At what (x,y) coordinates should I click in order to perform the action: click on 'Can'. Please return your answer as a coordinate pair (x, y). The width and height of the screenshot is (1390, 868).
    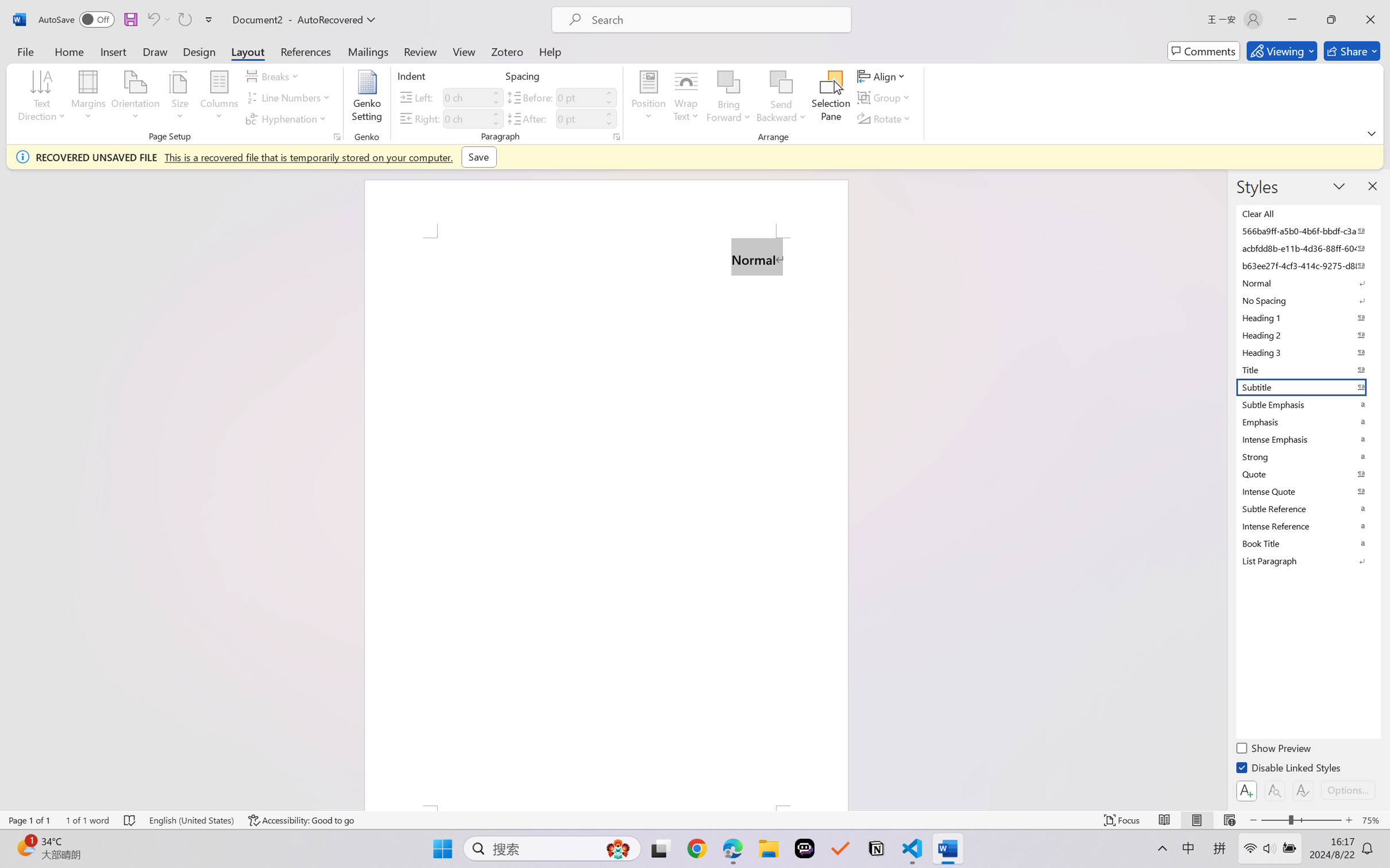
    Looking at the image, I should click on (152, 19).